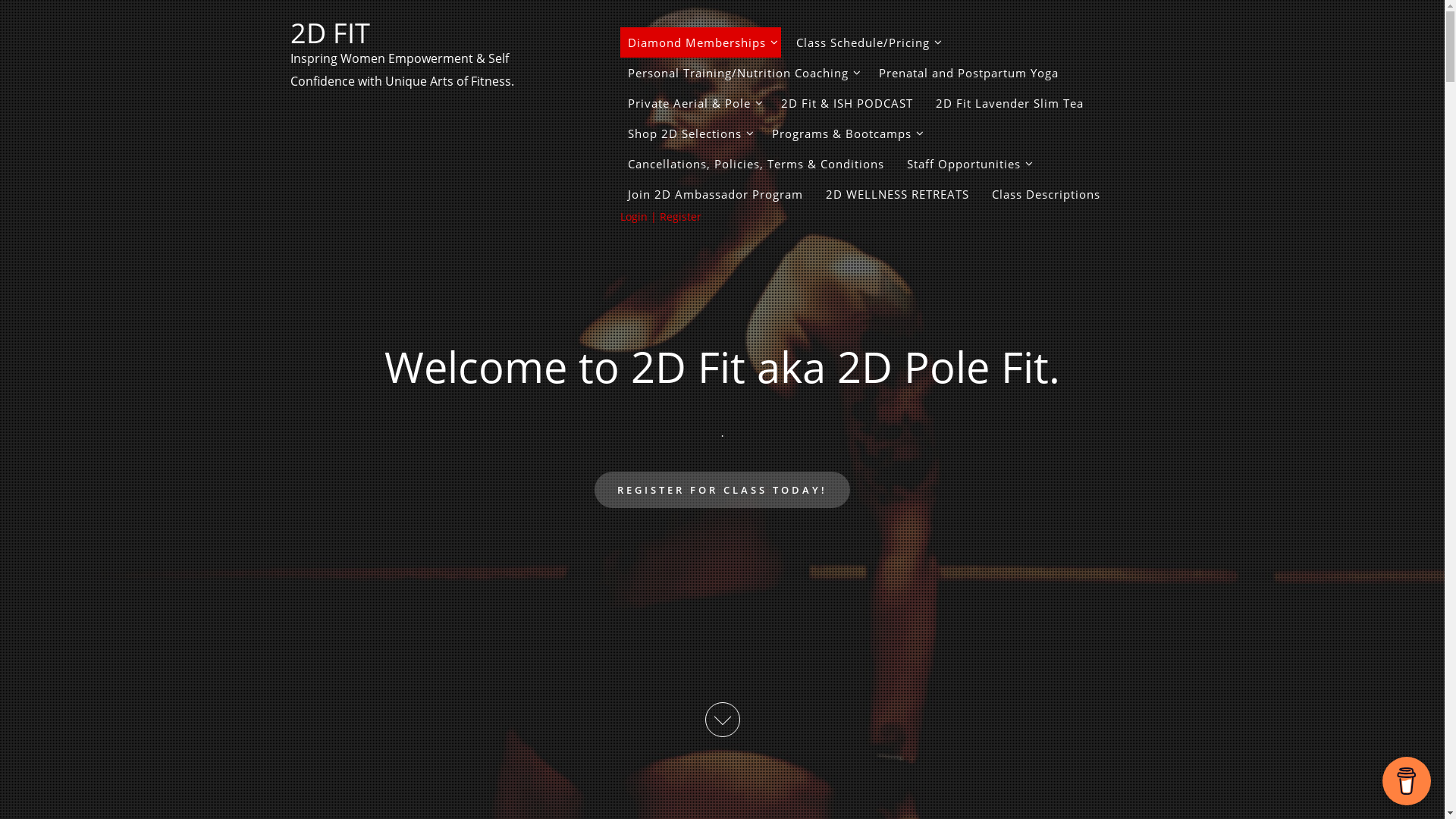 The image size is (1456, 819). Describe the element at coordinates (700, 42) in the screenshot. I see `'Diamond Memberships'` at that location.